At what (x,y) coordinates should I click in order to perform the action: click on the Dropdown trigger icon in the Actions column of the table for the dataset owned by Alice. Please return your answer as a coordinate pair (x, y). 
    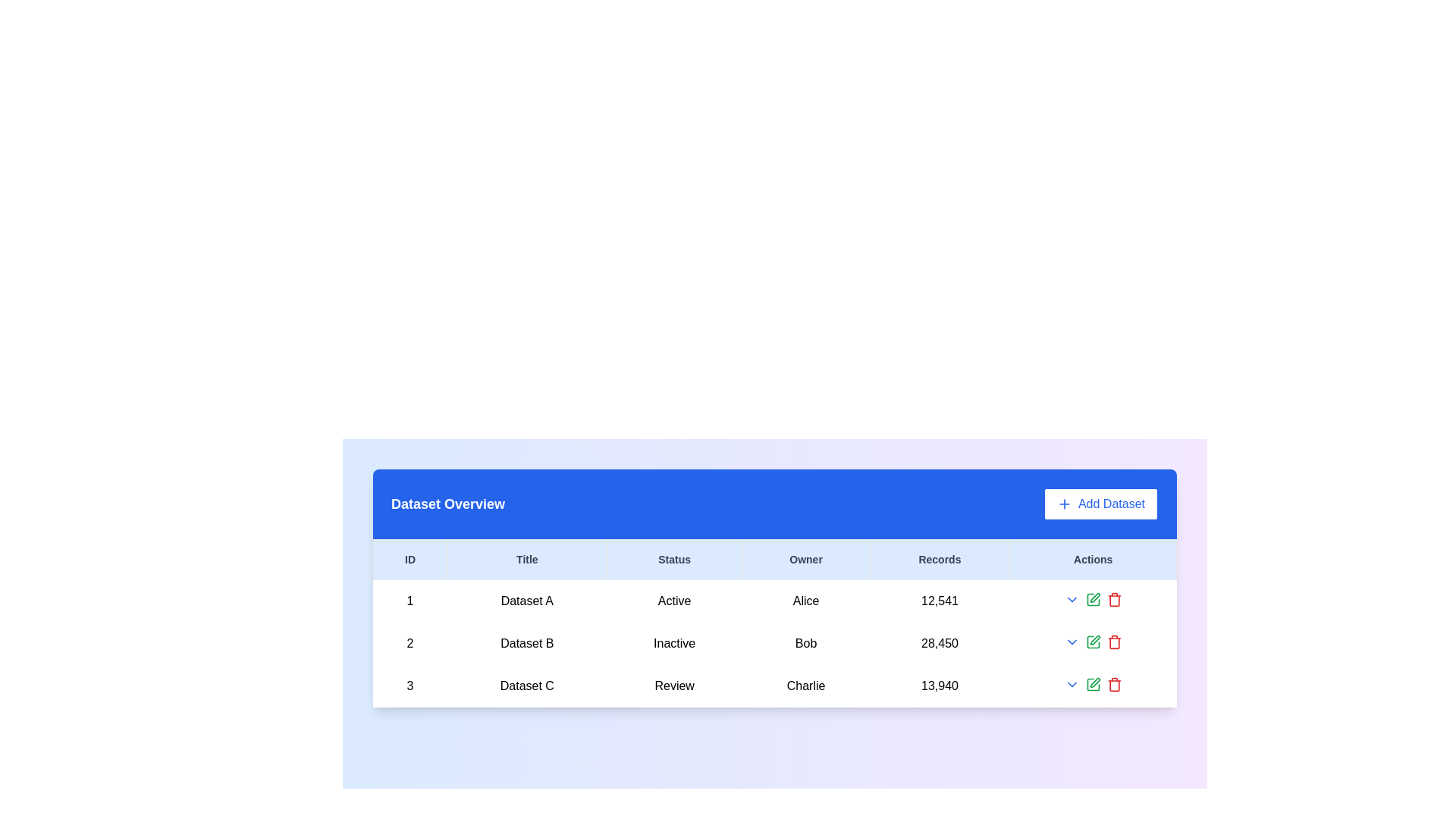
    Looking at the image, I should click on (1071, 598).